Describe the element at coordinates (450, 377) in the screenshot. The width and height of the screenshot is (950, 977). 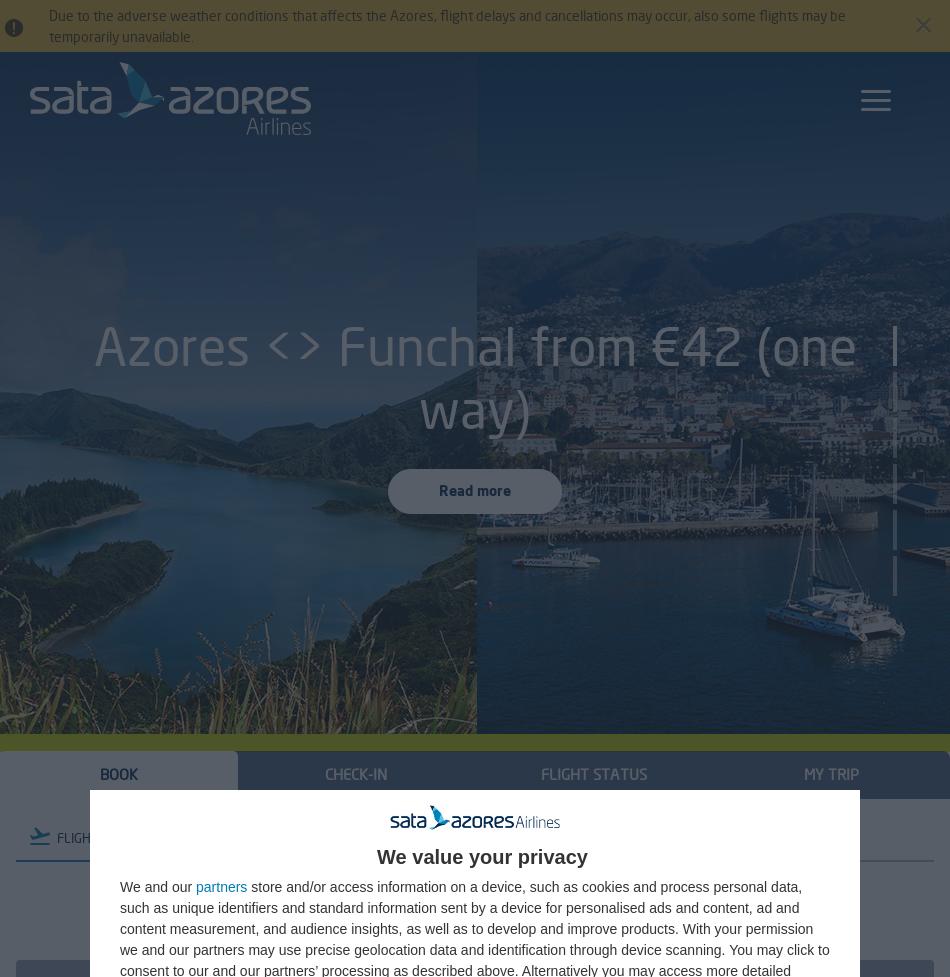
I see `'Azores <> Funchal from €42 (one way)'` at that location.